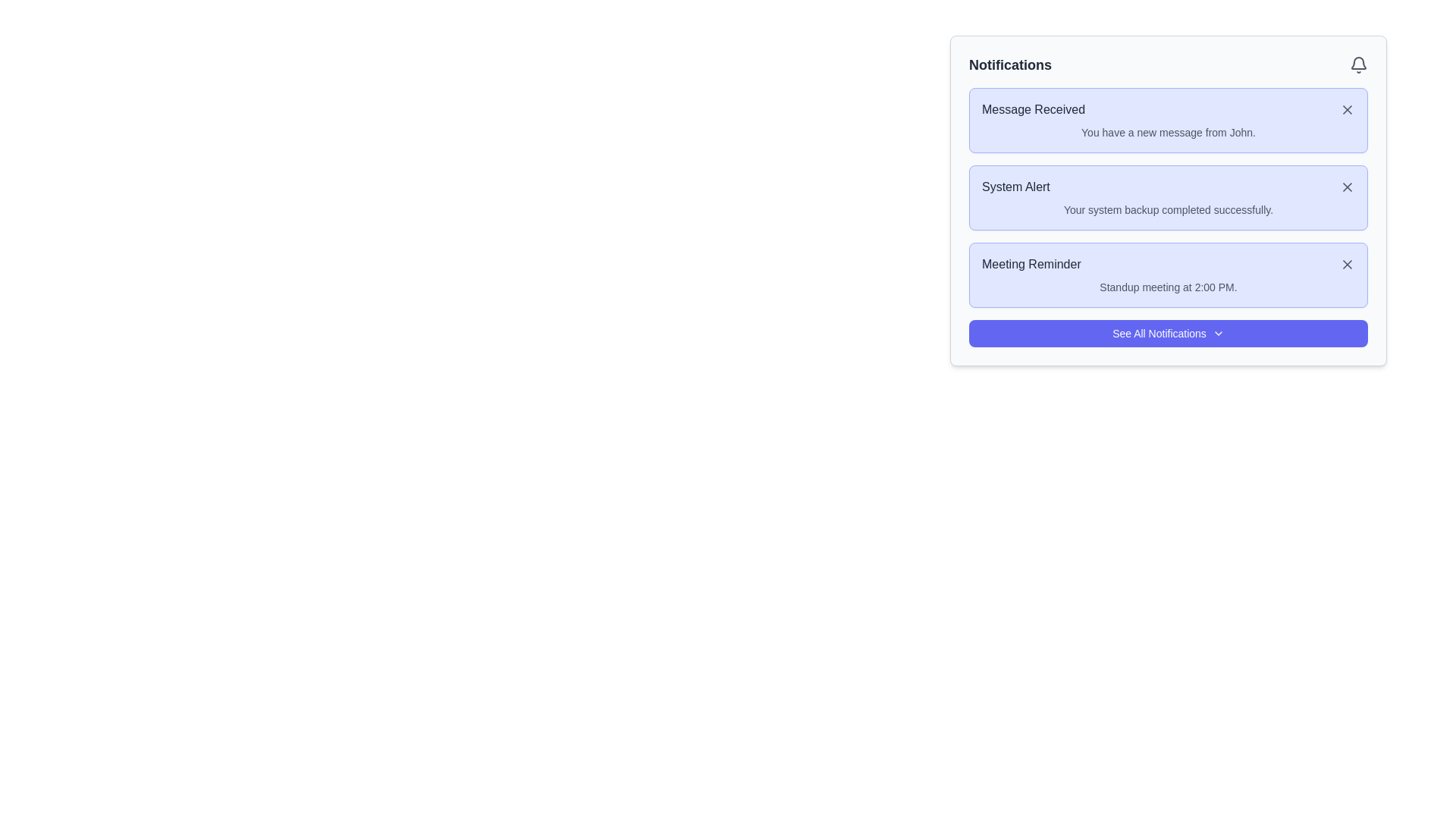 This screenshot has height=819, width=1456. I want to click on the Notification card that displays information about a completed system backup, positioned in the middle of the notification list within the notification panel, so click(1167, 200).